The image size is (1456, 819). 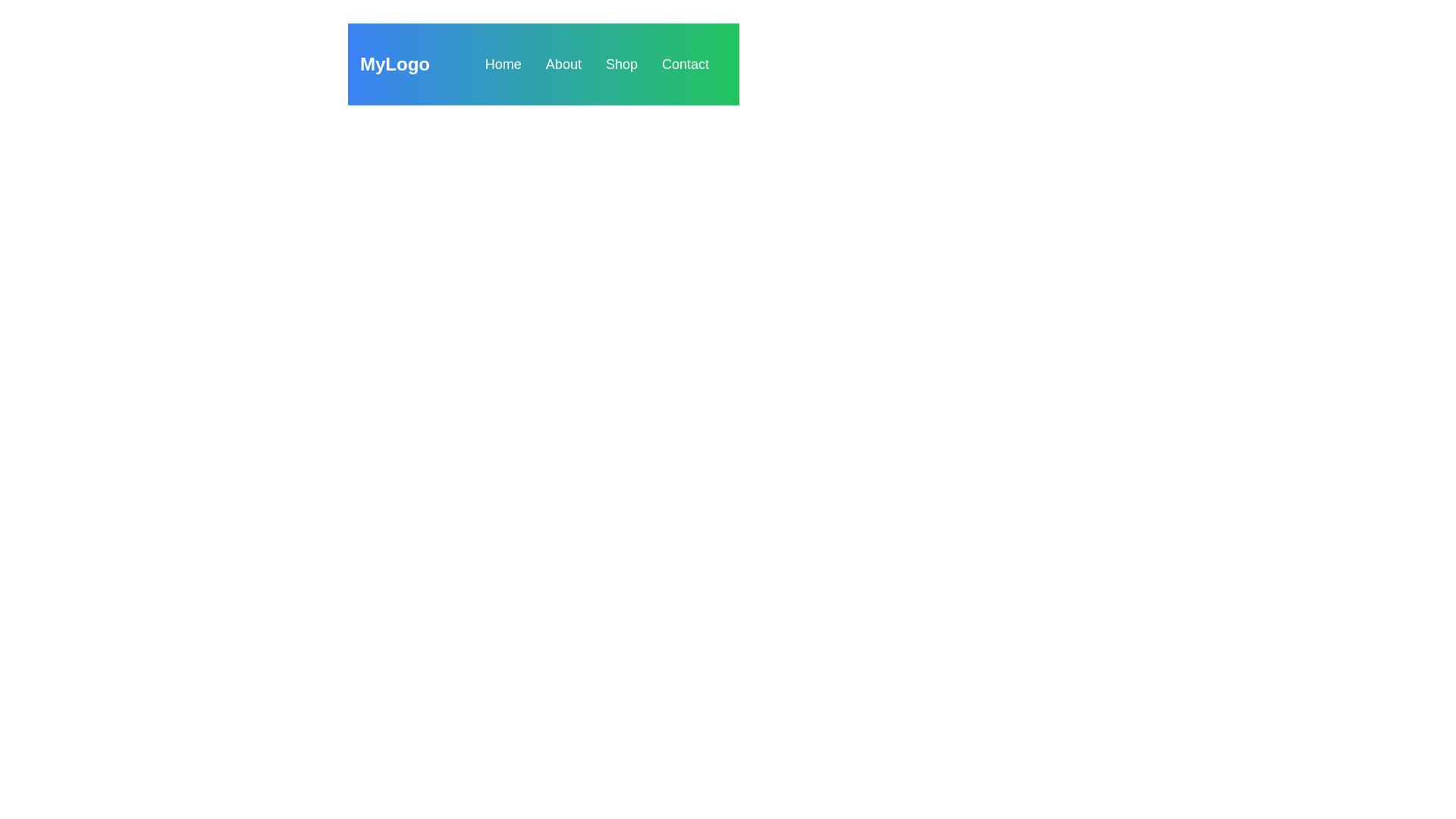 I want to click on the hyperlink that navigates to the 'About' section of the website to observe a style change, so click(x=563, y=63).